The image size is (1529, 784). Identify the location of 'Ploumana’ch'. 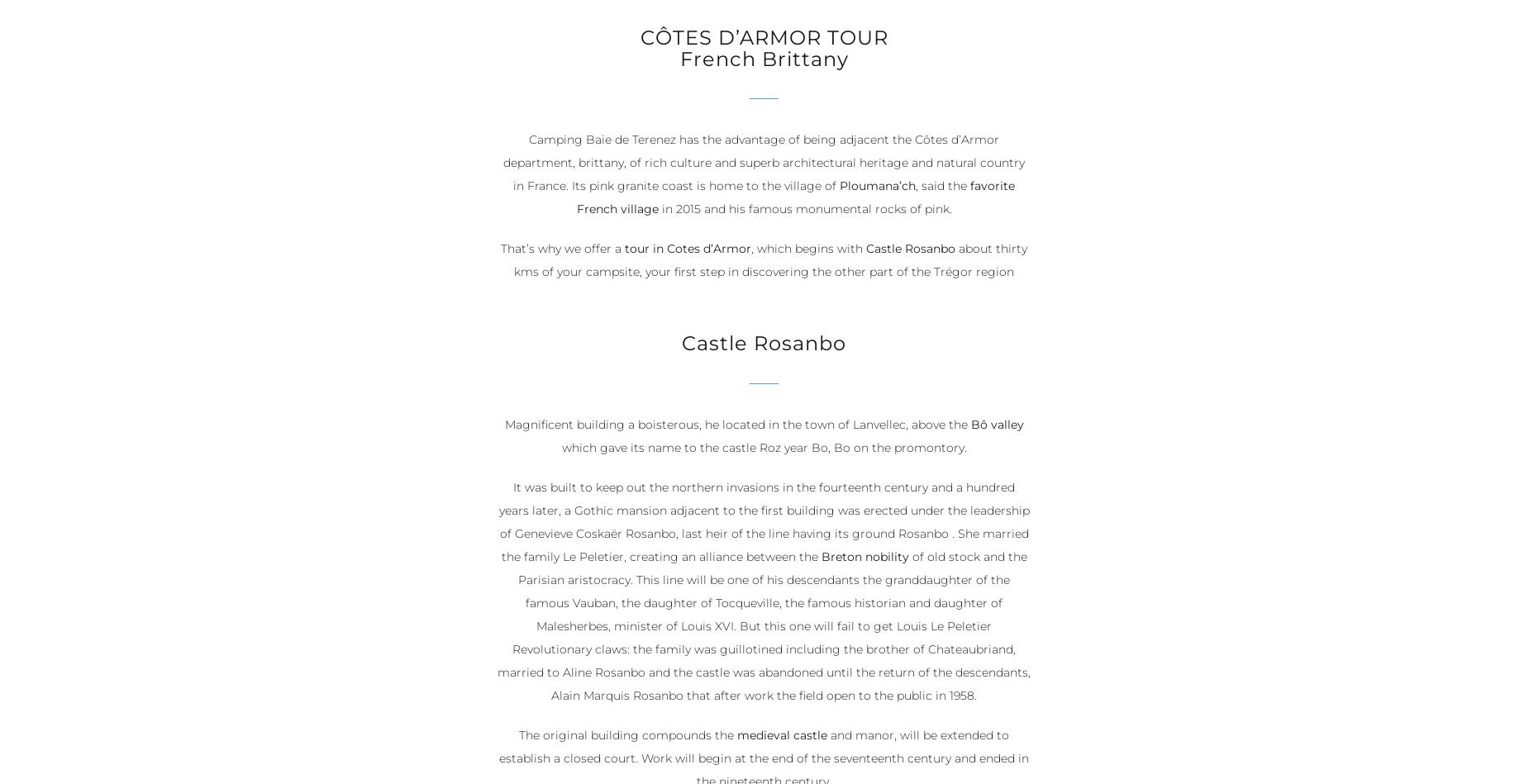
(839, 185).